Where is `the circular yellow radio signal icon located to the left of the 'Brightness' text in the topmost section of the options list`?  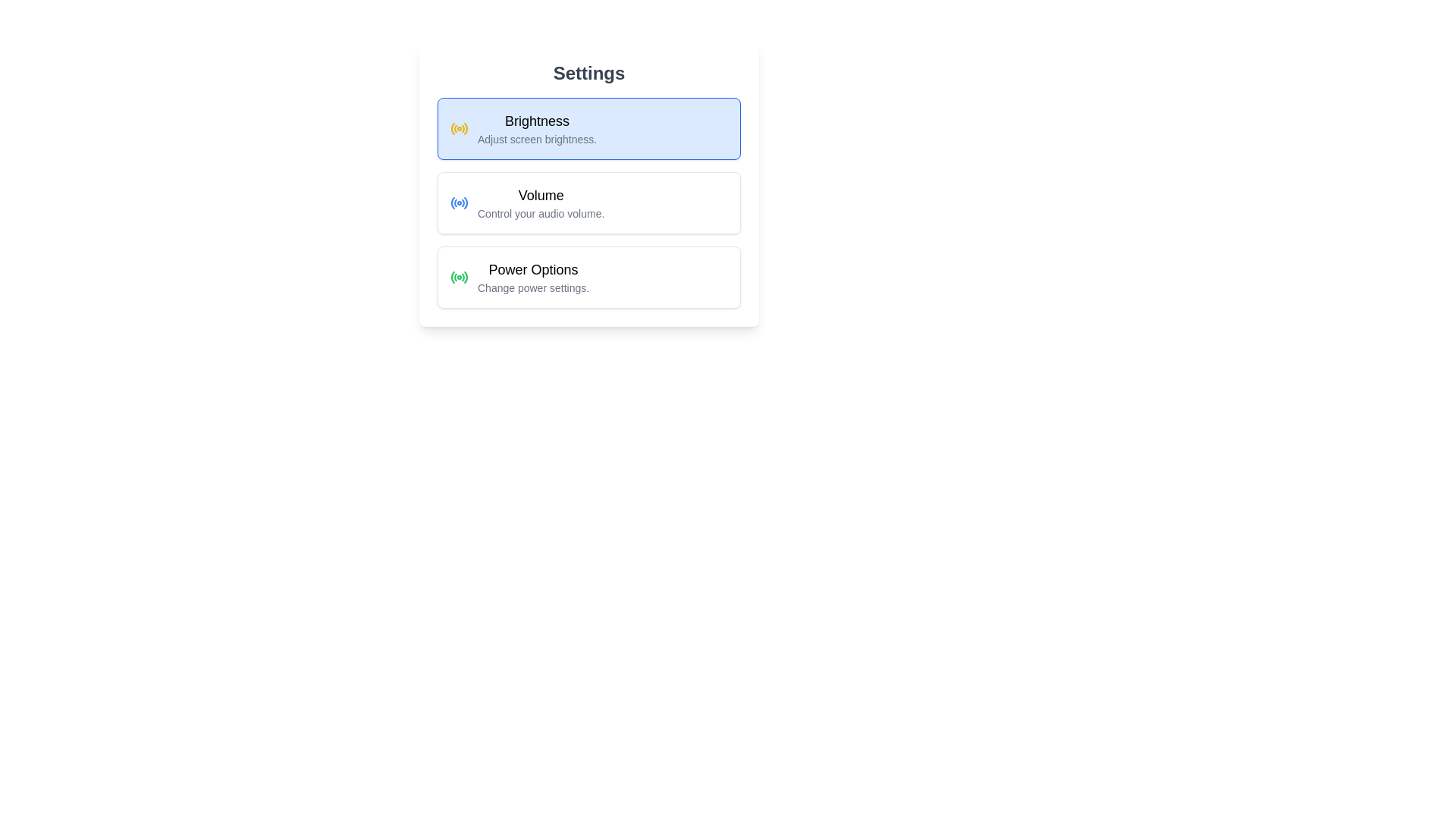
the circular yellow radio signal icon located to the left of the 'Brightness' text in the topmost section of the options list is located at coordinates (458, 127).